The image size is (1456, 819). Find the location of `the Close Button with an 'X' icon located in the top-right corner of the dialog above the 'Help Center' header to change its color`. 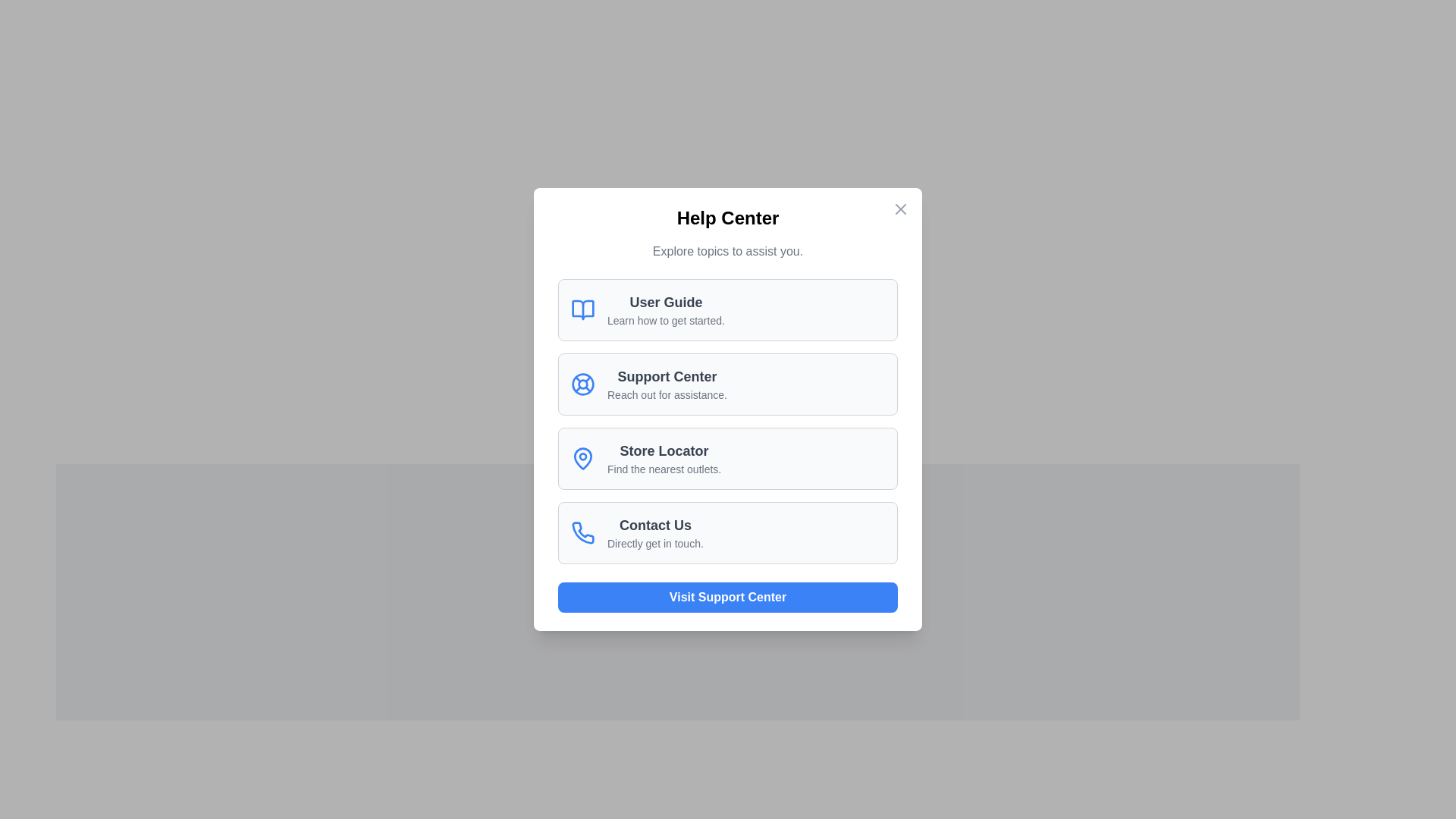

the Close Button with an 'X' icon located in the top-right corner of the dialog above the 'Help Center' header to change its color is located at coordinates (901, 209).